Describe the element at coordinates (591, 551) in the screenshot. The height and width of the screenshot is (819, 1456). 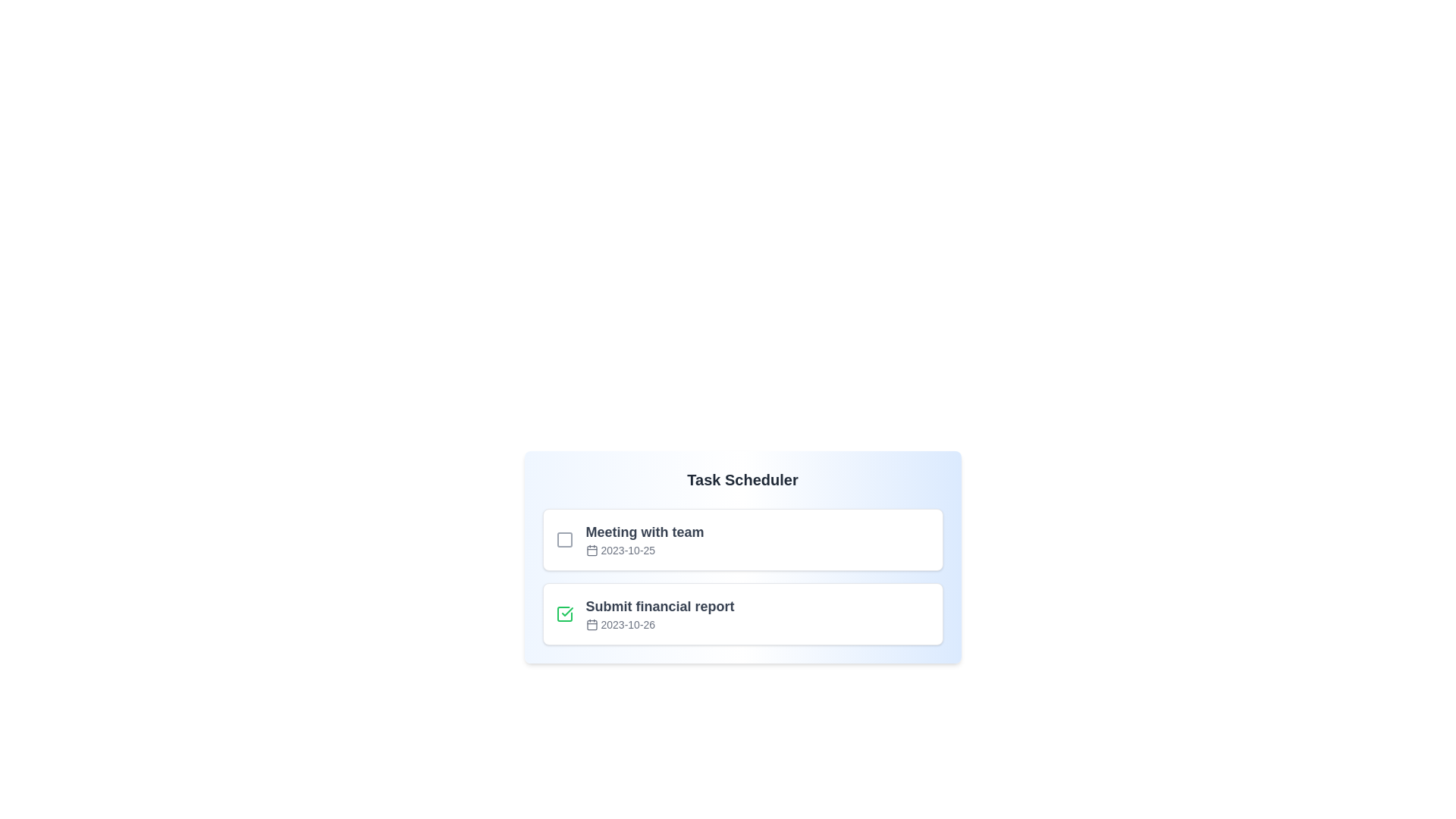
I see `the rectangular element of the calendar icon, which has rounded corners and is styled with a fill color, located beside the date text '2023-10-25'` at that location.